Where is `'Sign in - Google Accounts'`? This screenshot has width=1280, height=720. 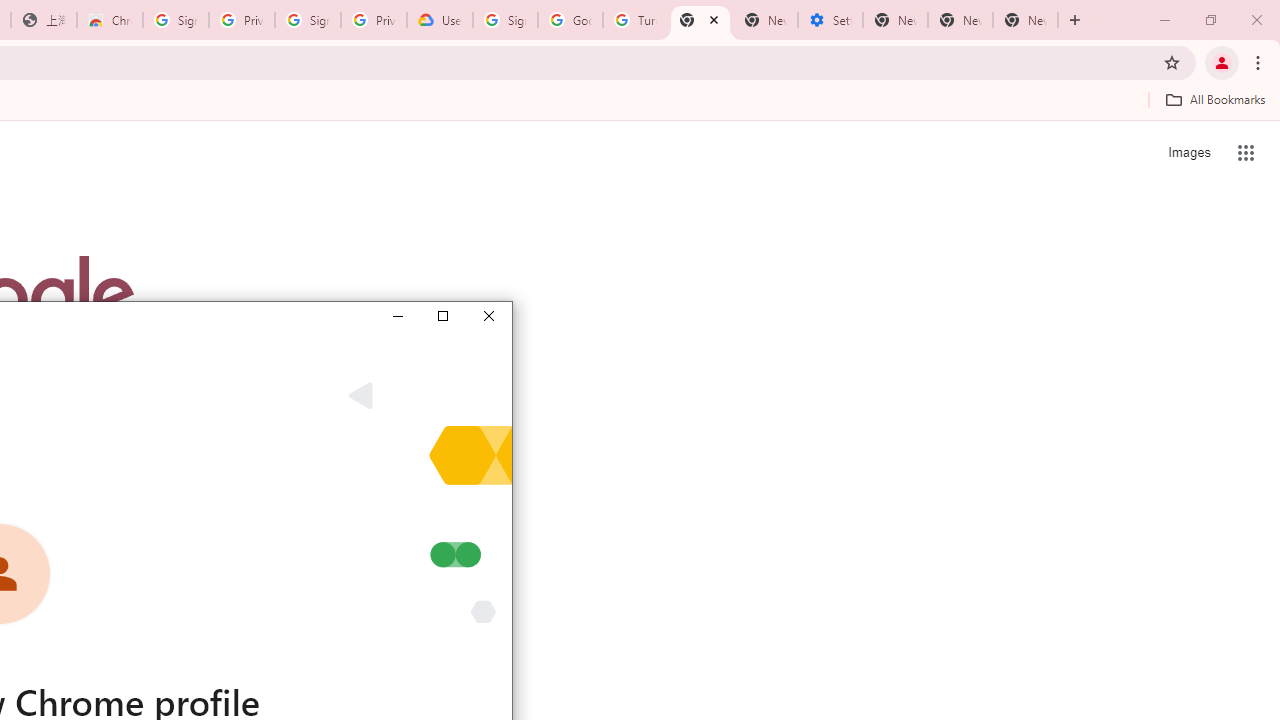
'Sign in - Google Accounts' is located at coordinates (176, 20).